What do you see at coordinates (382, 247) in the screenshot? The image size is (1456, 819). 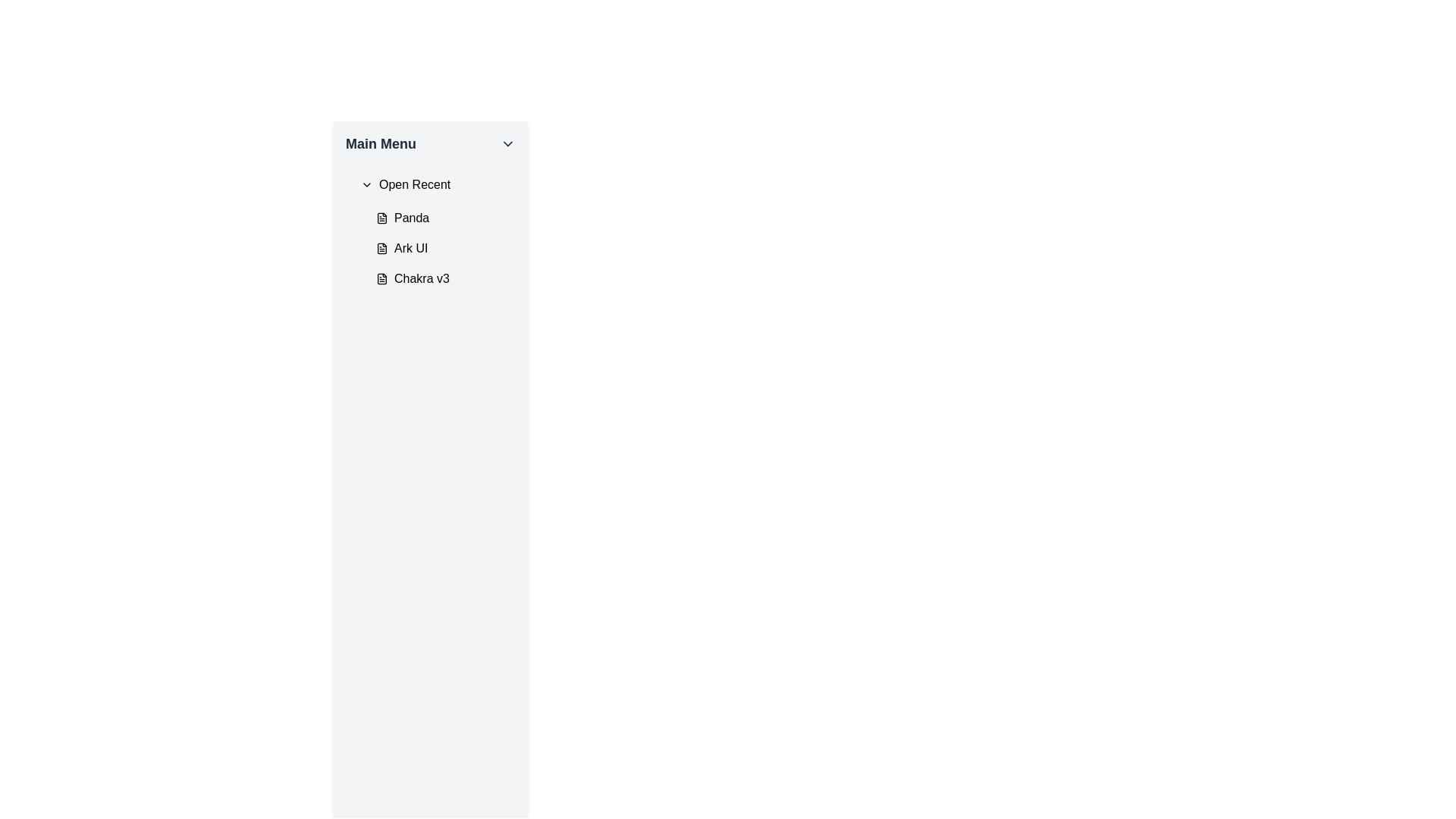 I see `the document icon next to the 'Ark UI' text in the 'Open Recent' subsection of the 'Main Menu'` at bounding box center [382, 247].